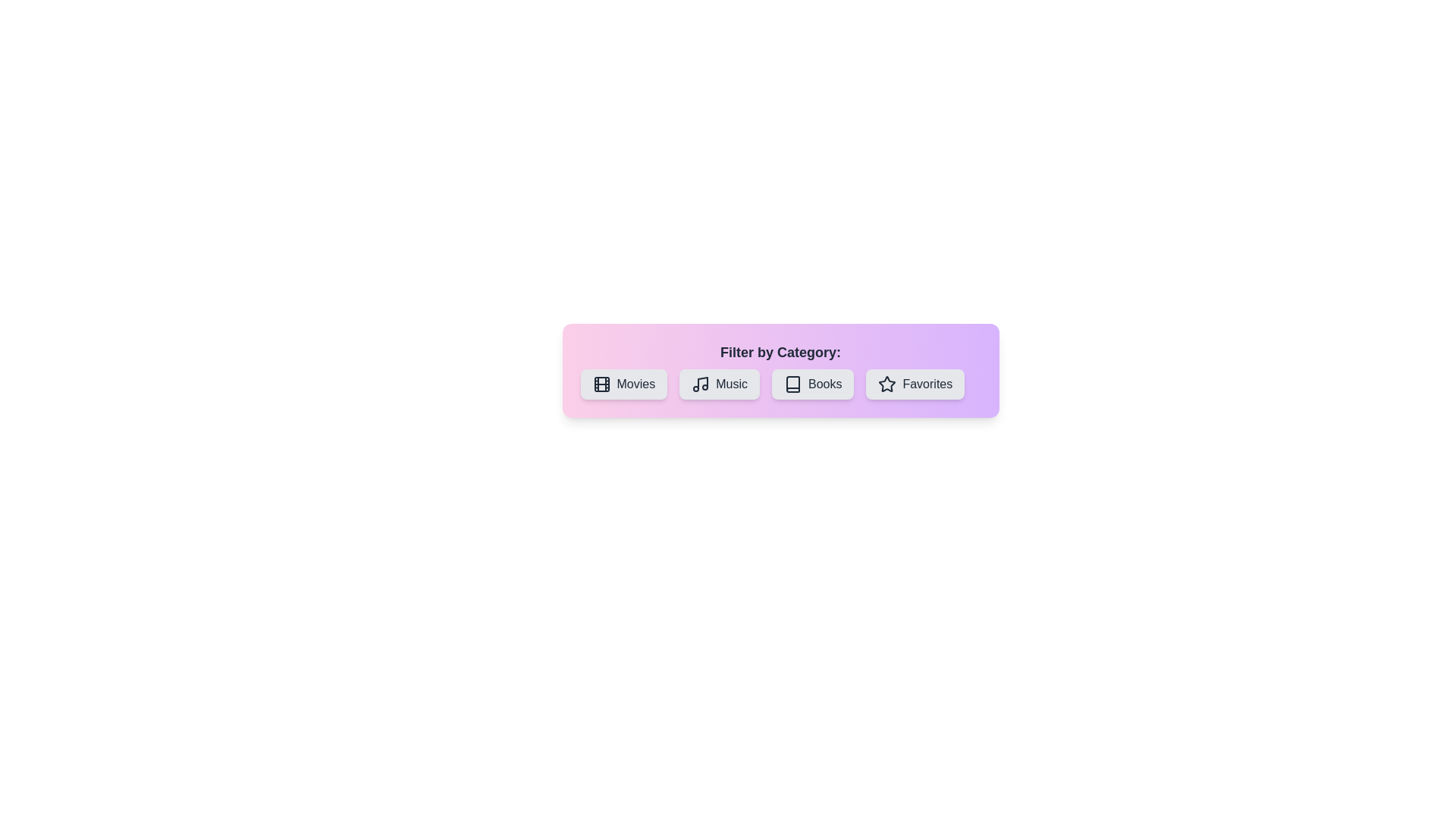 The width and height of the screenshot is (1456, 819). Describe the element at coordinates (914, 383) in the screenshot. I see `the 'Favorites' button to toggle its state` at that location.